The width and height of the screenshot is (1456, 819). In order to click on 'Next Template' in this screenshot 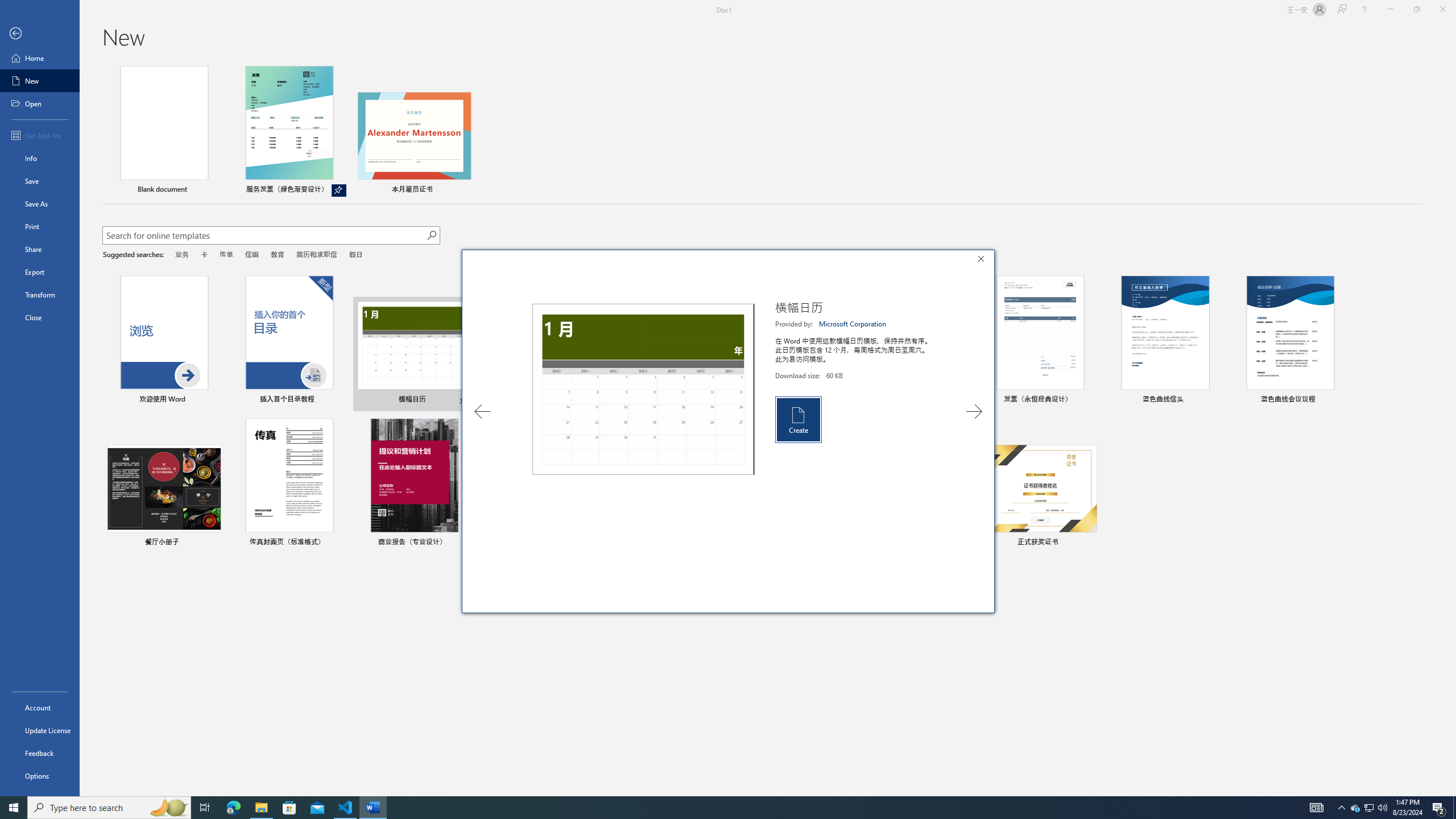, I will do `click(974, 411)`.